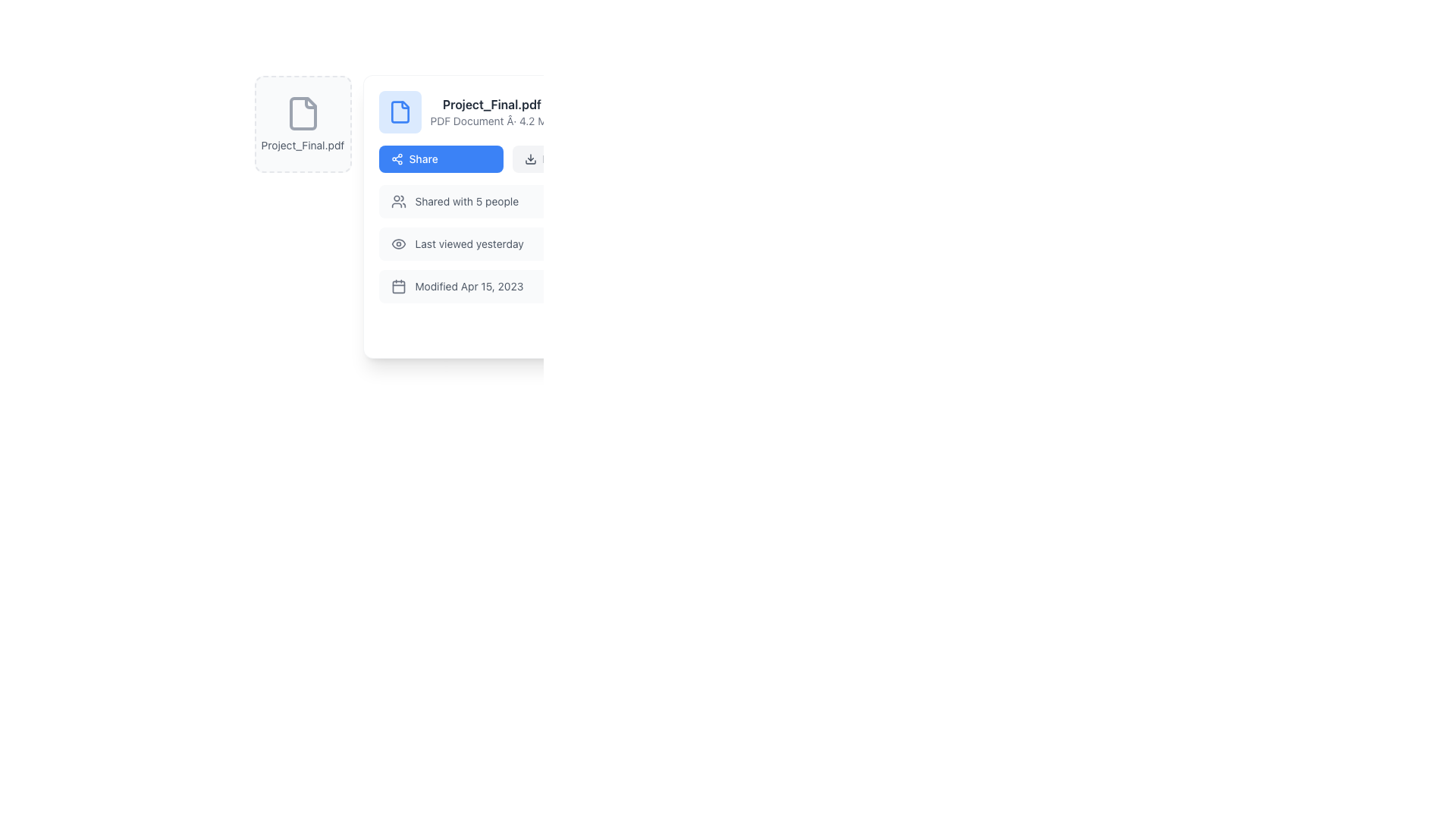 This screenshot has width=1456, height=819. Describe the element at coordinates (617, 243) in the screenshot. I see `the visual representation of the clock icon located on the right side of the panel, next to the 'Last viewed yesterday' text` at that location.